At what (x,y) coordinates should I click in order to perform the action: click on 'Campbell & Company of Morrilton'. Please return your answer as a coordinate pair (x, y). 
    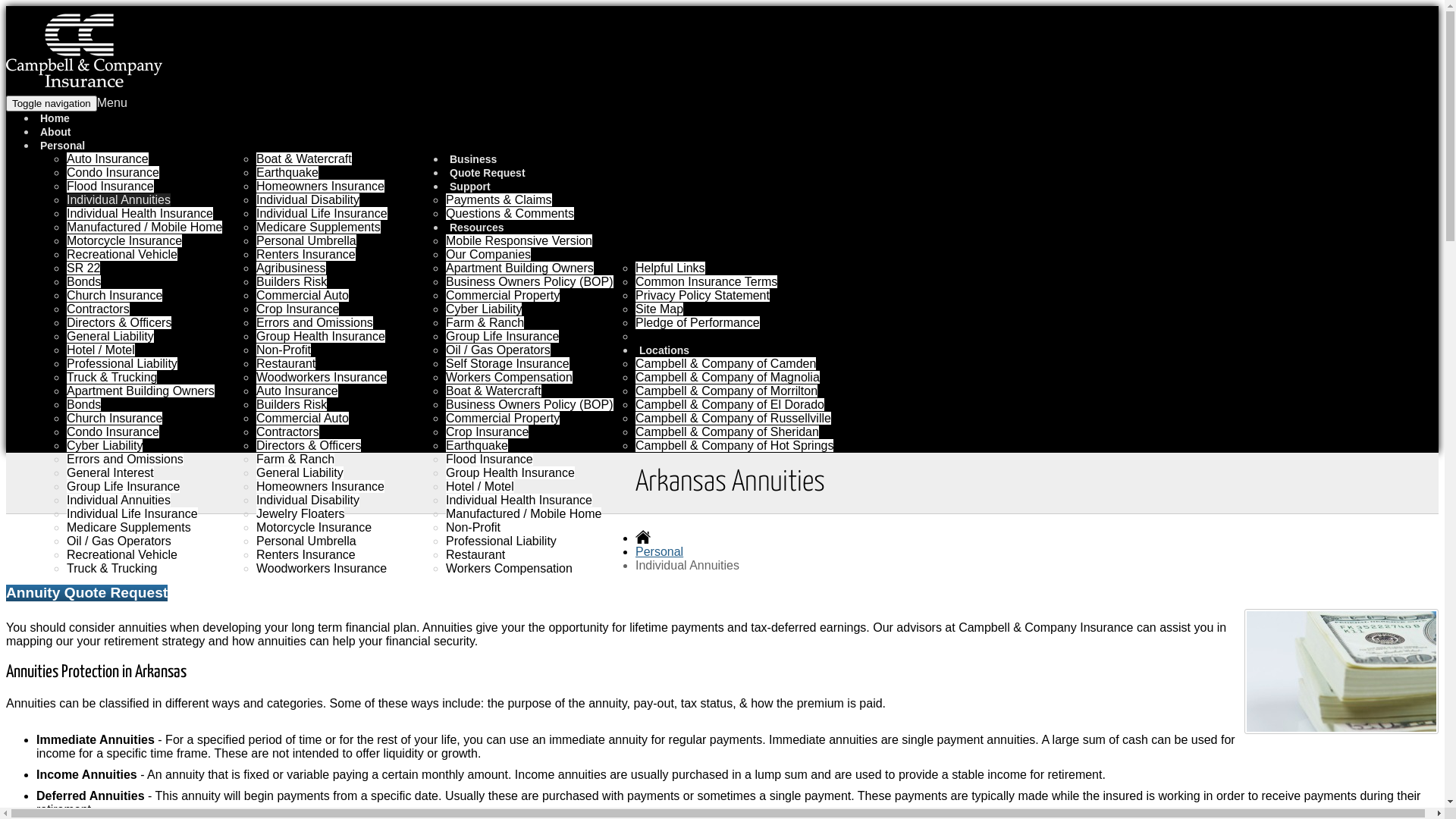
    Looking at the image, I should click on (726, 390).